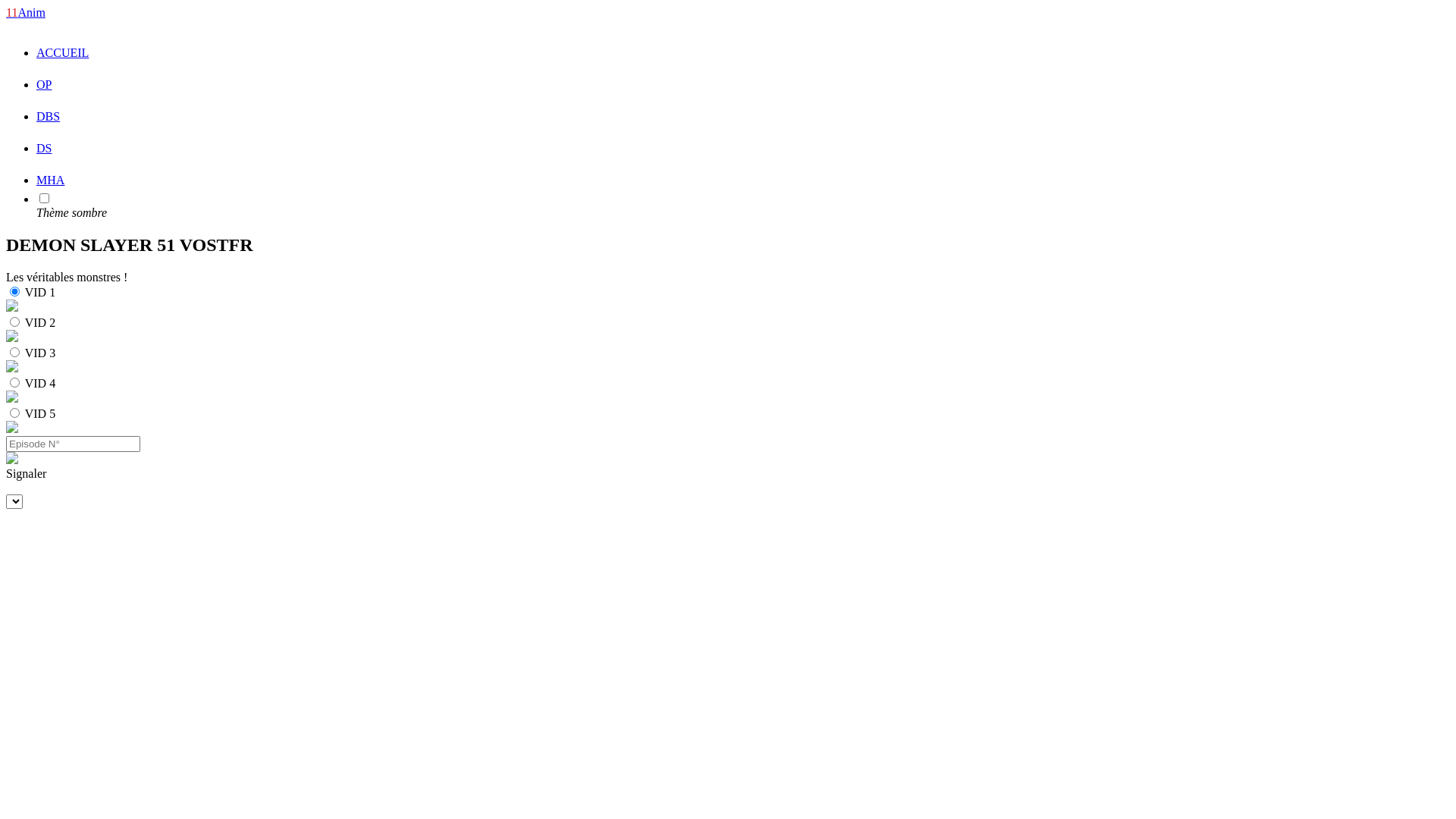 This screenshot has height=819, width=1456. What do you see at coordinates (61, 52) in the screenshot?
I see `'ACCUEIL'` at bounding box center [61, 52].